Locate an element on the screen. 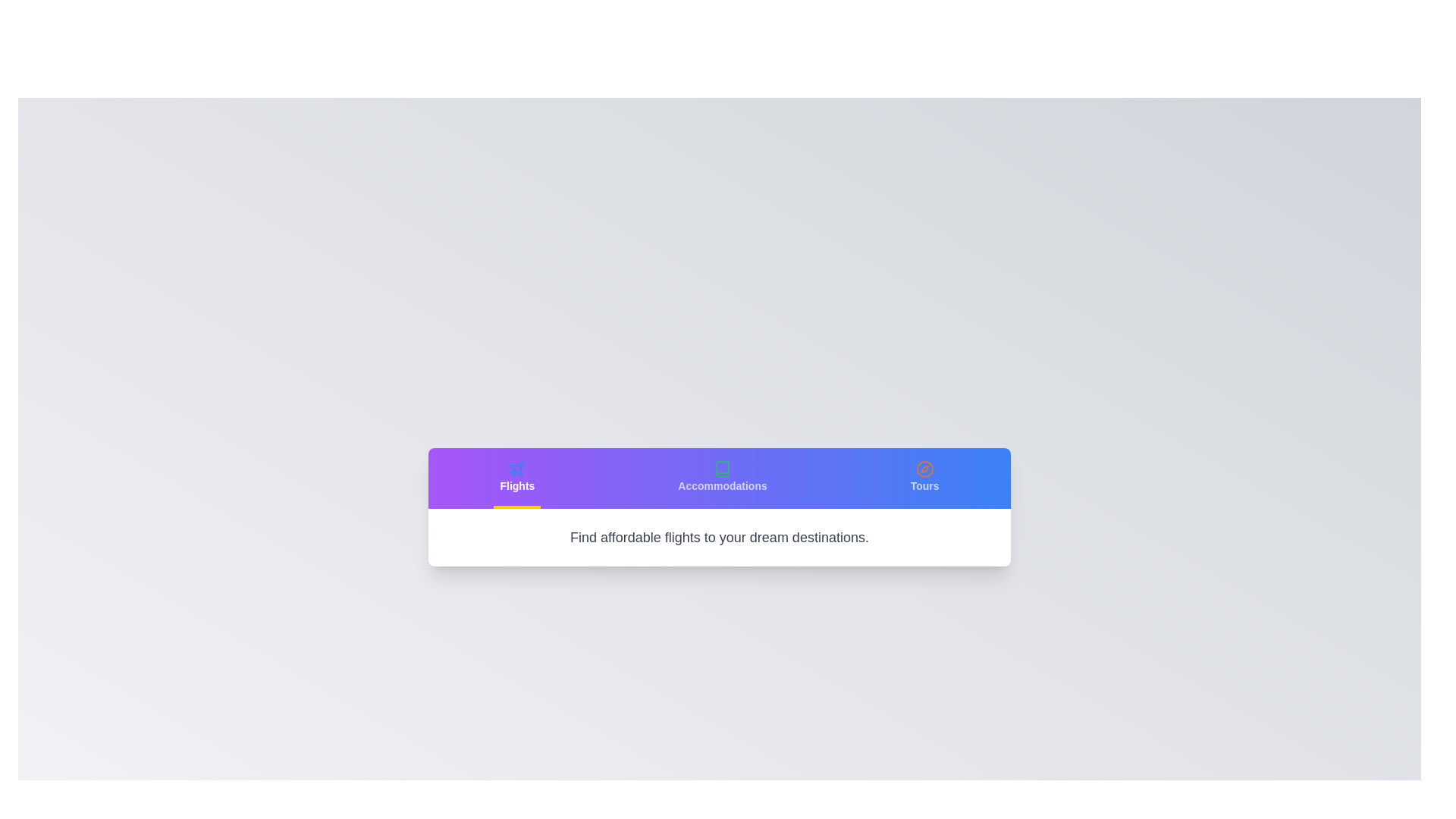 This screenshot has height=819, width=1456. the Accommodations tab to view its content is located at coordinates (722, 479).